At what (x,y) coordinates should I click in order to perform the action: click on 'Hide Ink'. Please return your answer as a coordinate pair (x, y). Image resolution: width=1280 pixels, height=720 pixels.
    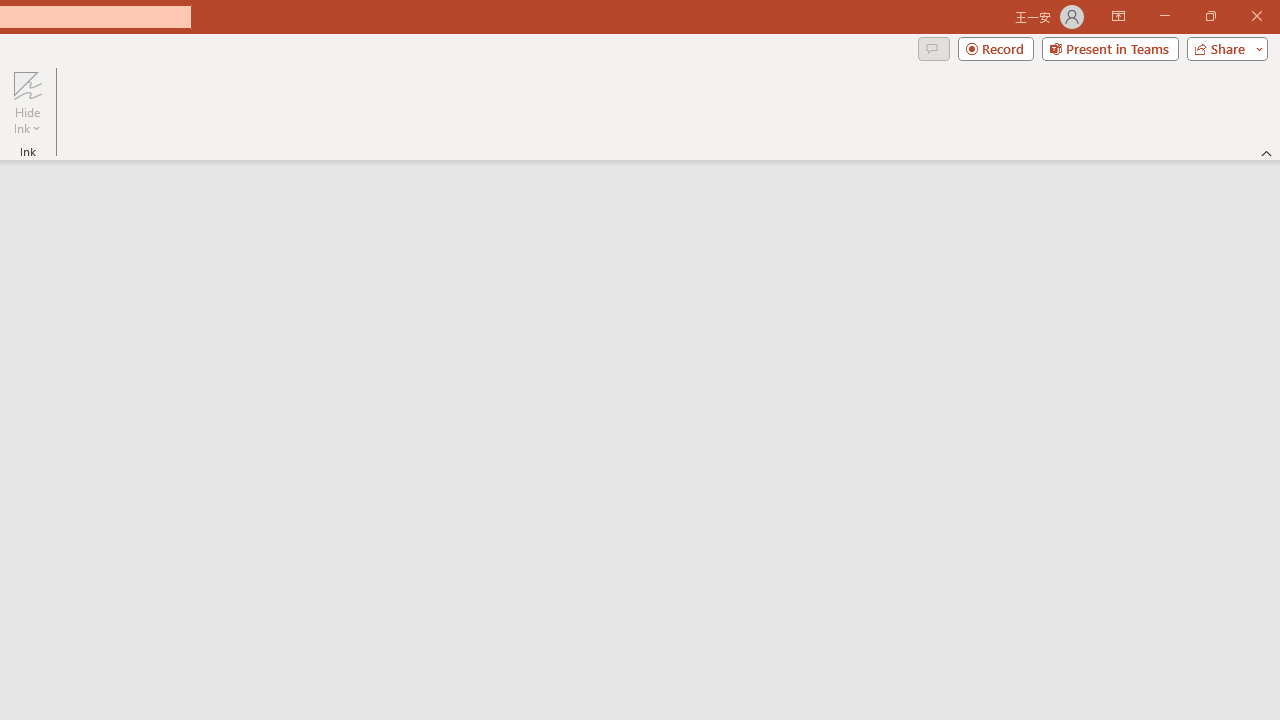
    Looking at the image, I should click on (27, 103).